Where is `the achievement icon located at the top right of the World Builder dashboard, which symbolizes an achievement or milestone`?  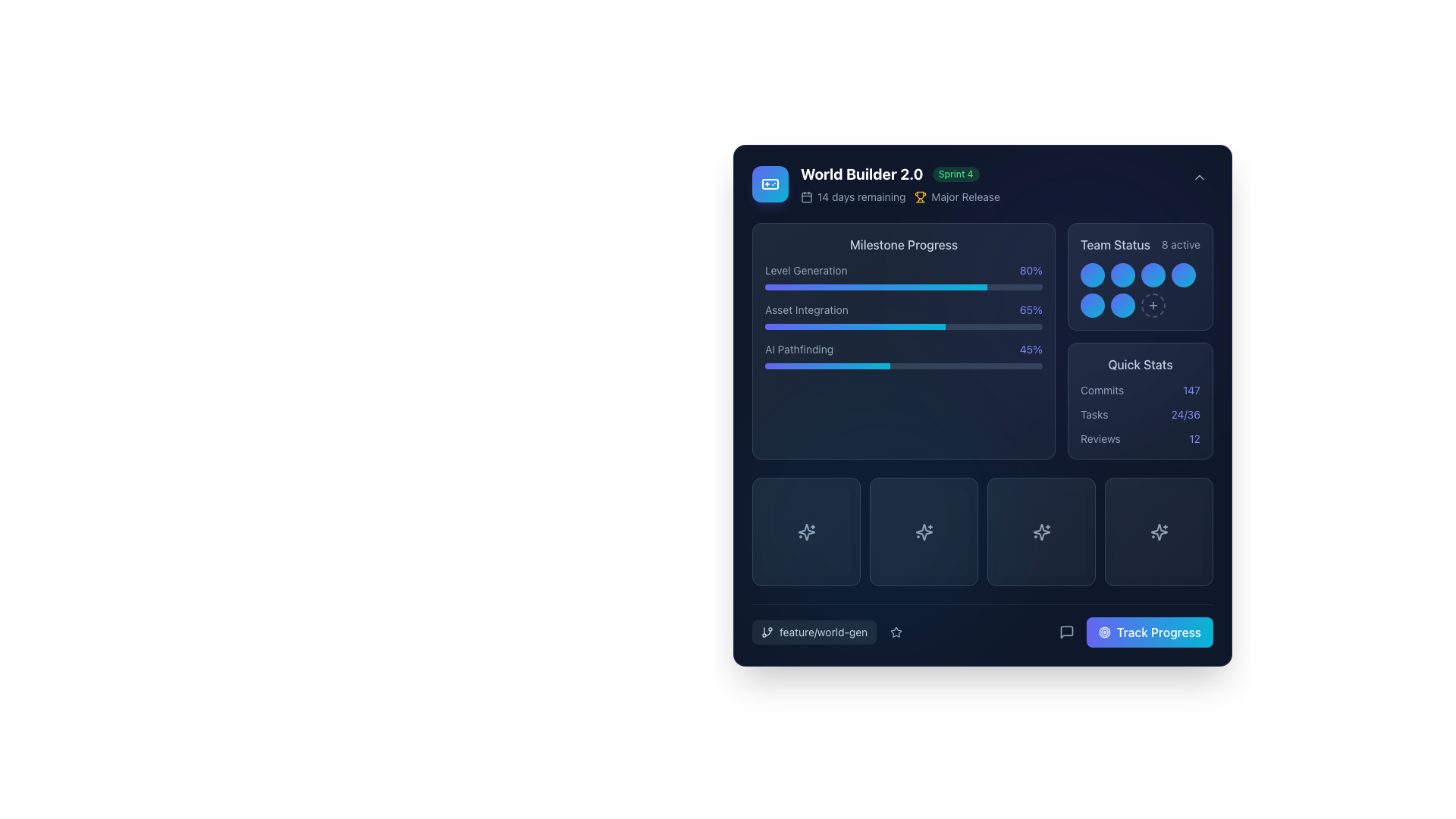 the achievement icon located at the top right of the World Builder dashboard, which symbolizes an achievement or milestone is located at coordinates (920, 194).